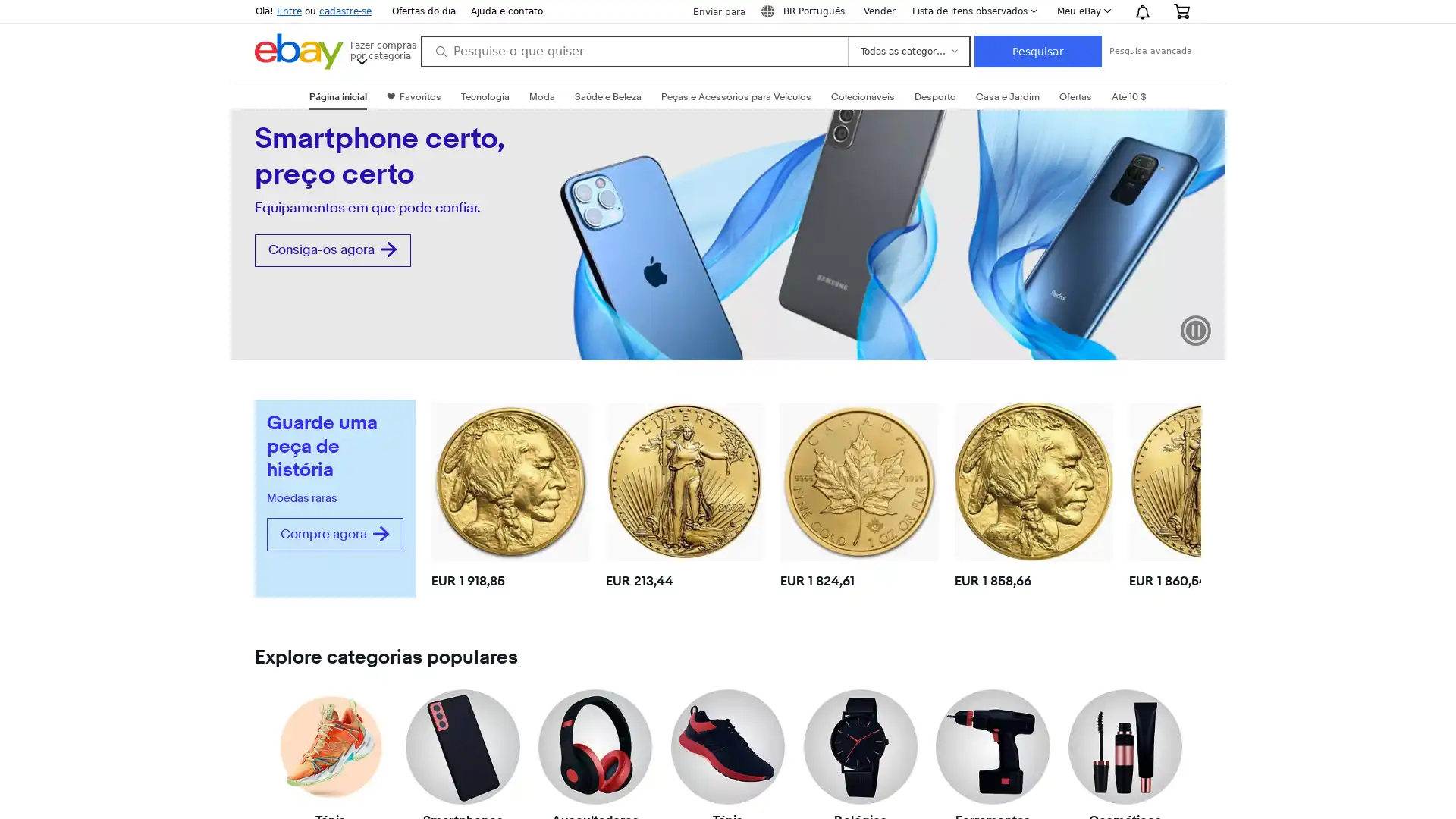  Describe the element at coordinates (1195, 329) in the screenshot. I see `Pausar o carrossel de banners` at that location.